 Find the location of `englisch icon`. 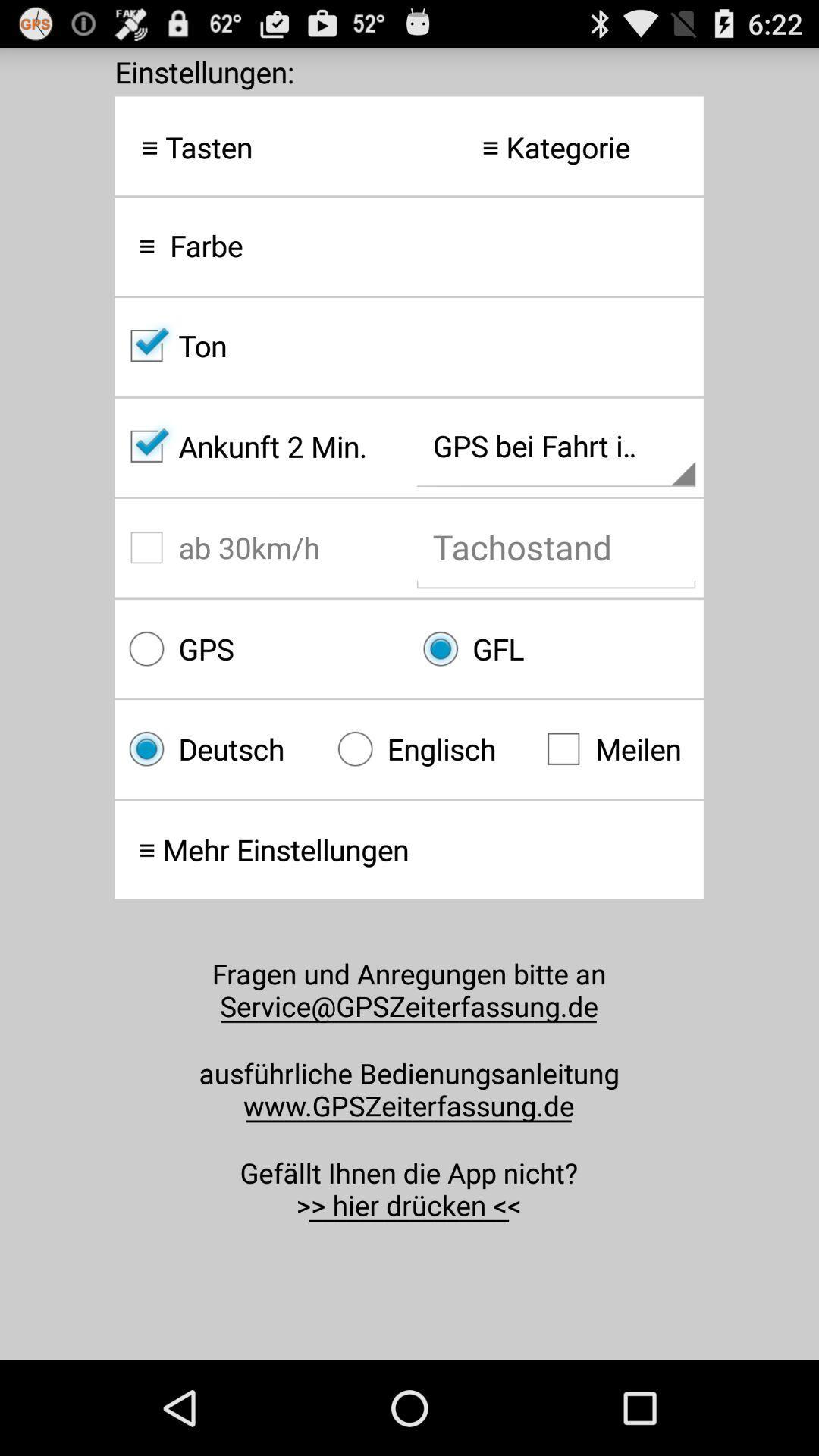

englisch icon is located at coordinates (428, 748).